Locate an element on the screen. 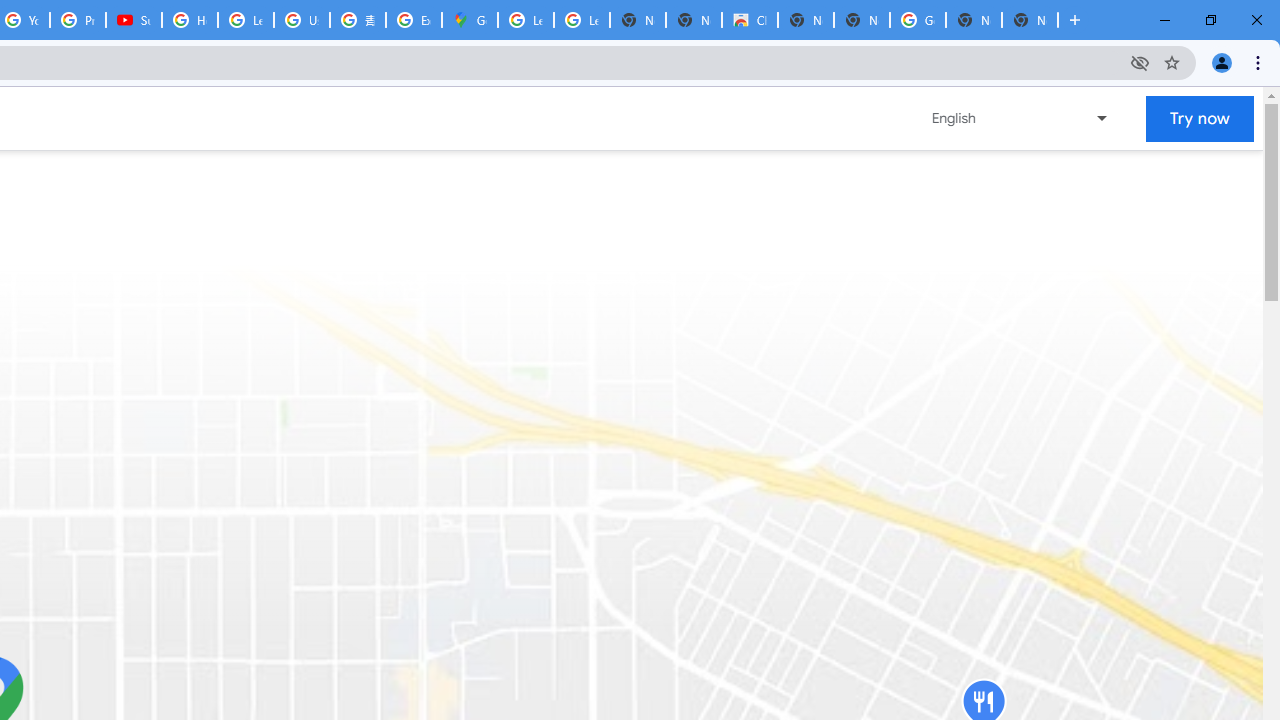  'Subscriptions - YouTube' is located at coordinates (133, 20).